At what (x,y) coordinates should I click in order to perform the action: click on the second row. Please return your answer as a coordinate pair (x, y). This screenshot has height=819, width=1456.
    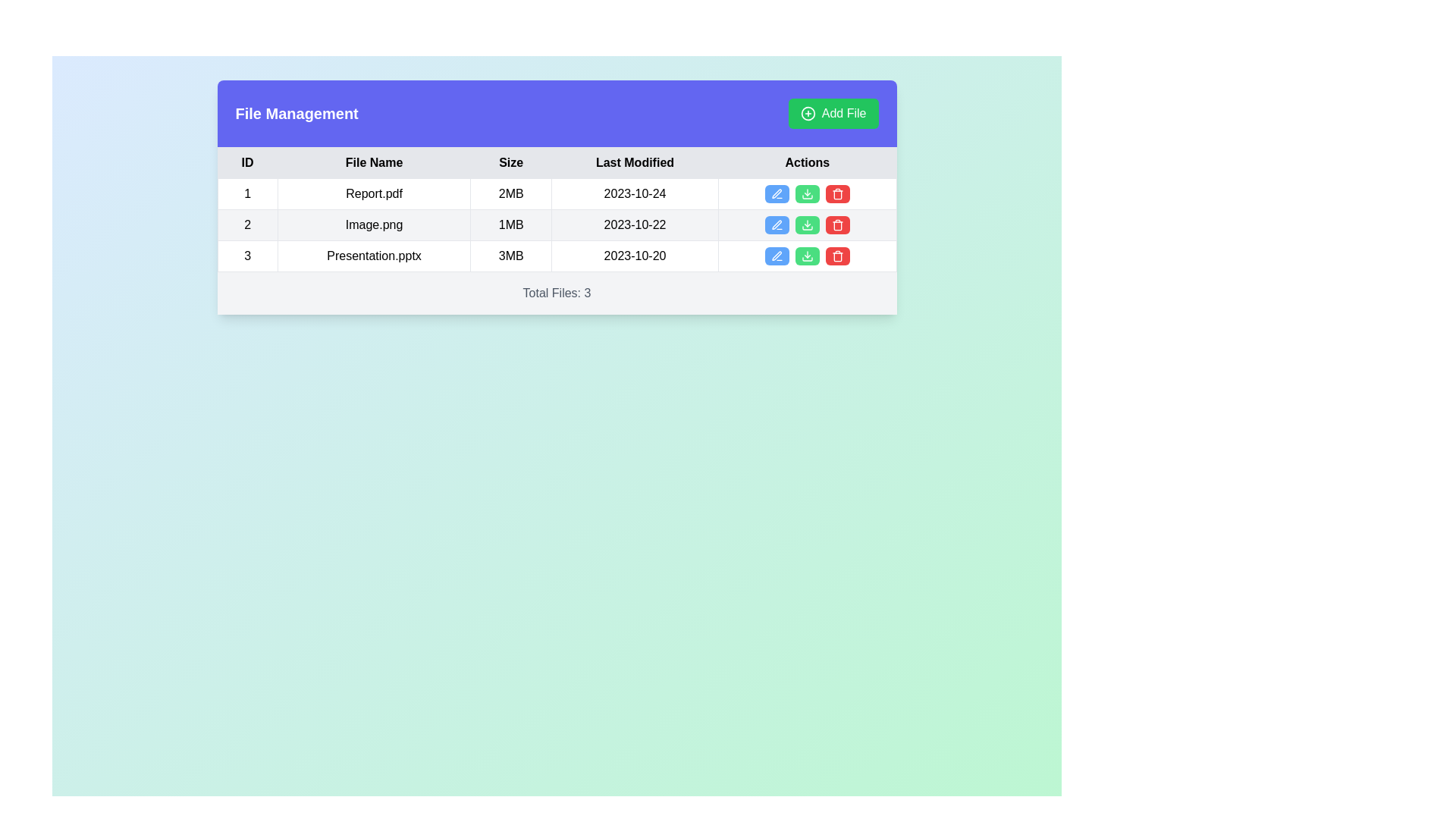
    Looking at the image, I should click on (556, 225).